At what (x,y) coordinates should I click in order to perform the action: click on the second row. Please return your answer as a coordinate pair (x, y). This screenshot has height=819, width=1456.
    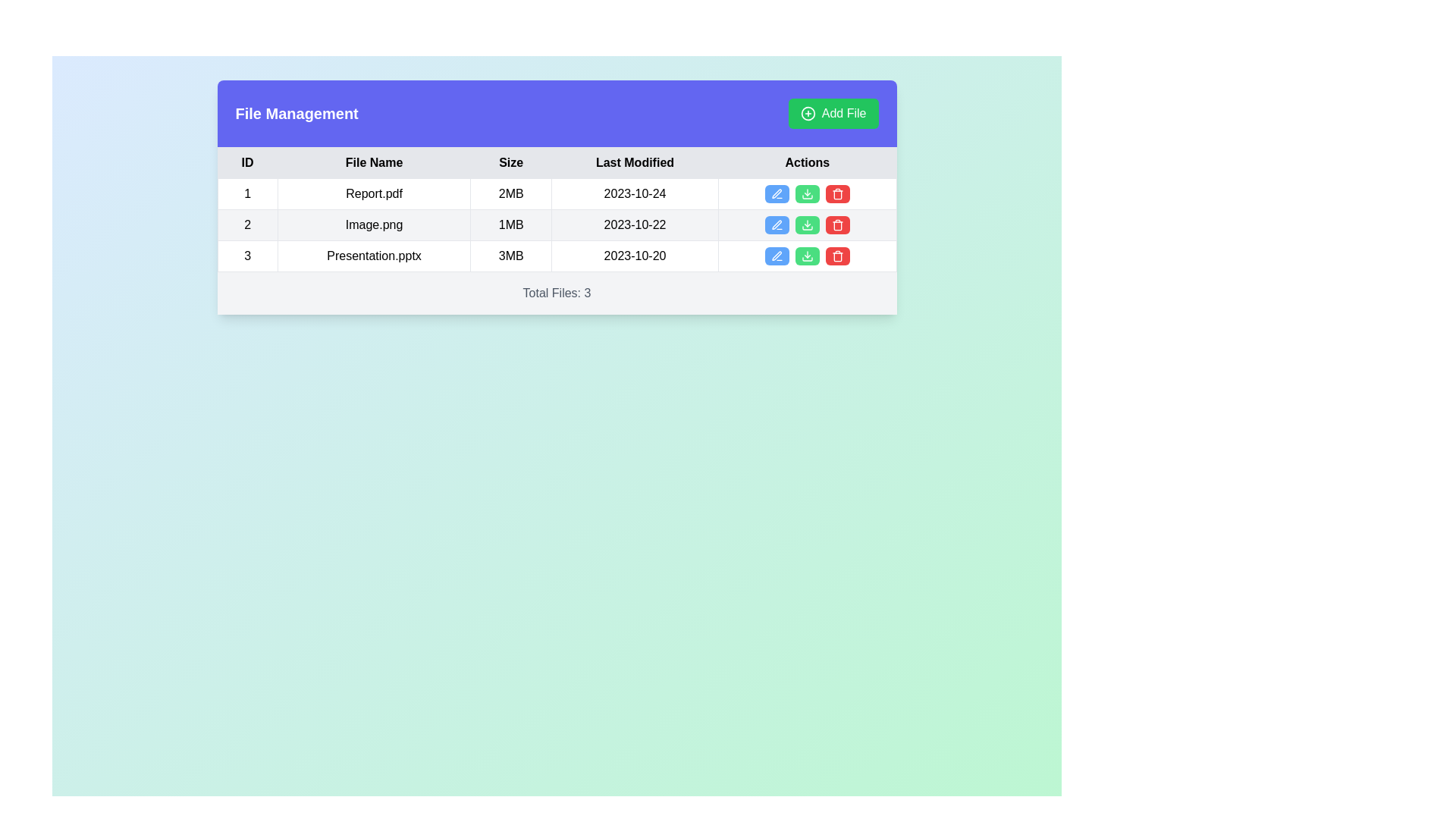
    Looking at the image, I should click on (556, 225).